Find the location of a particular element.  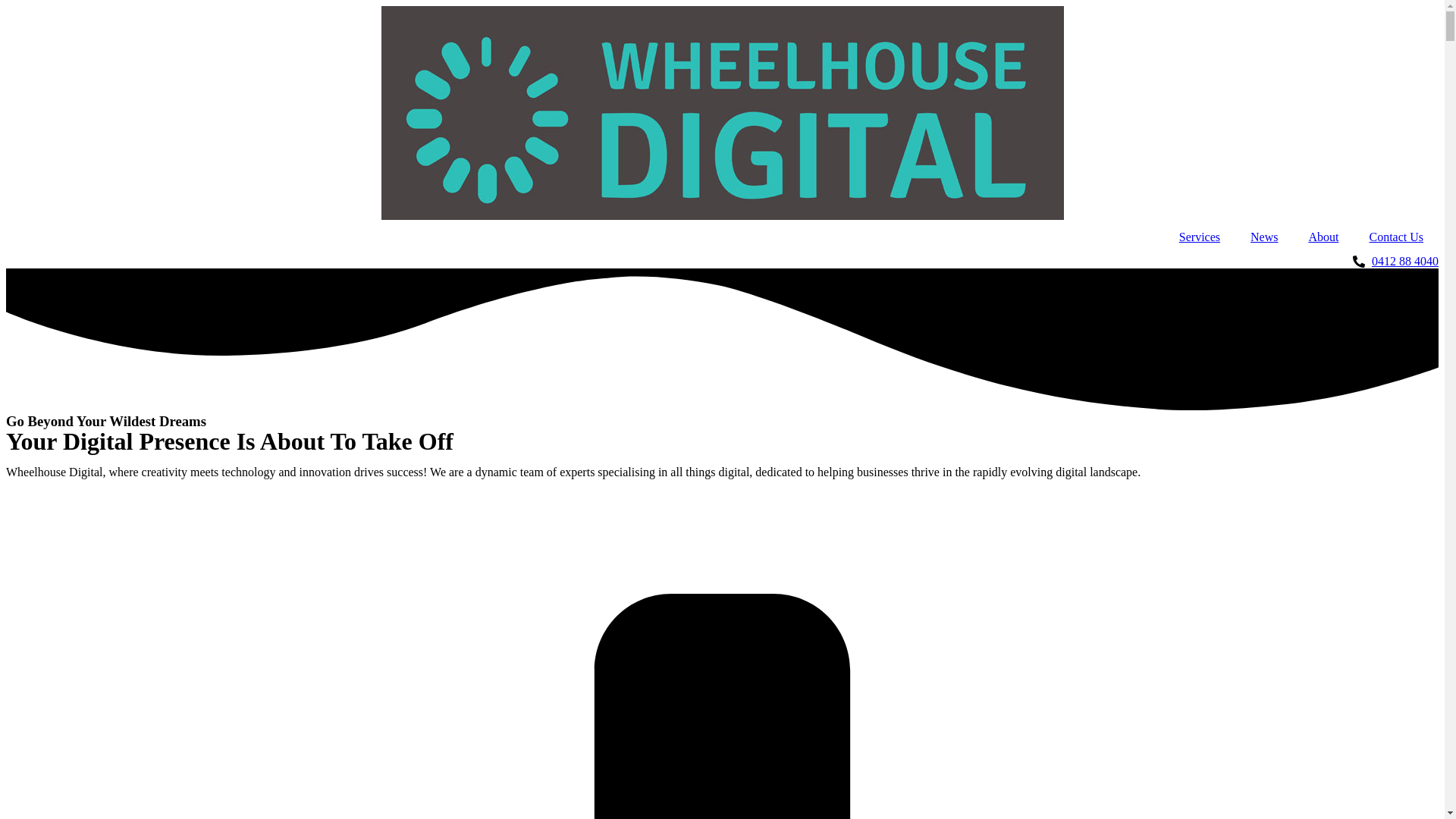

'News' is located at coordinates (1263, 237).